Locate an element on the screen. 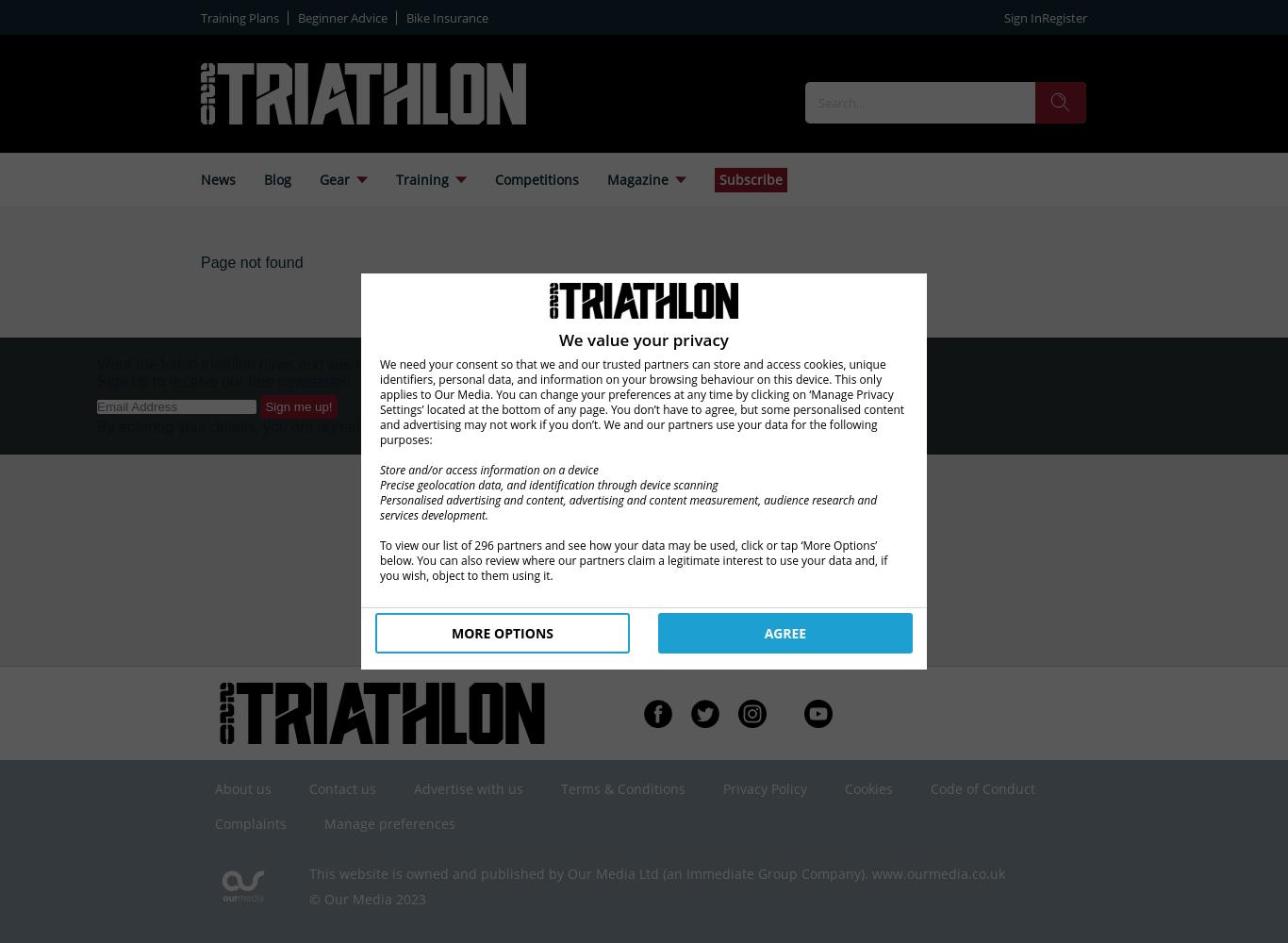 This screenshot has height=943, width=1288. 'Advertise with us' is located at coordinates (468, 787).